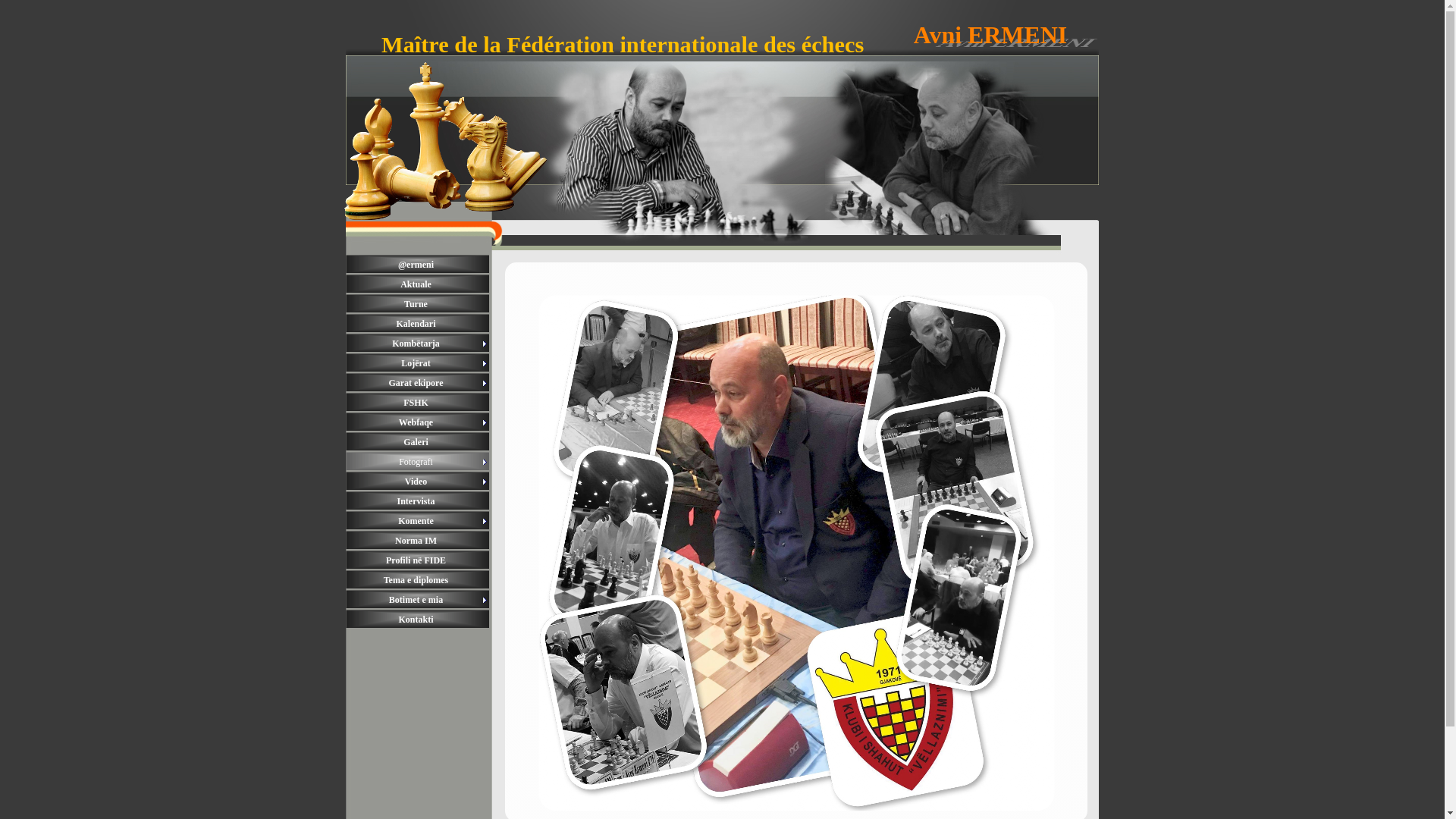 The height and width of the screenshot is (819, 1456). I want to click on 'Tema e diplomes', so click(418, 579).